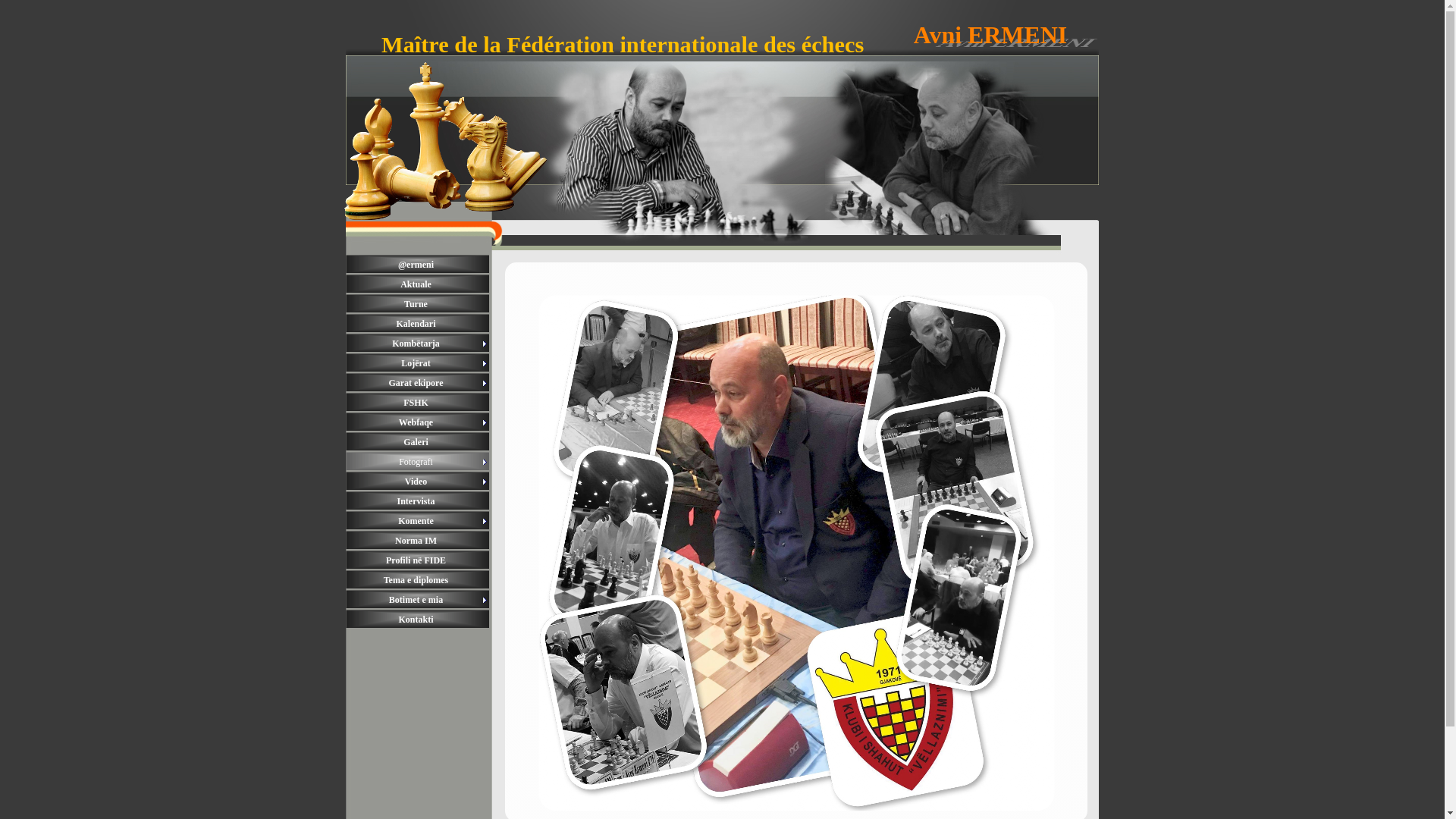 The height and width of the screenshot is (819, 1456). I want to click on 'Tema e diplomes', so click(418, 579).